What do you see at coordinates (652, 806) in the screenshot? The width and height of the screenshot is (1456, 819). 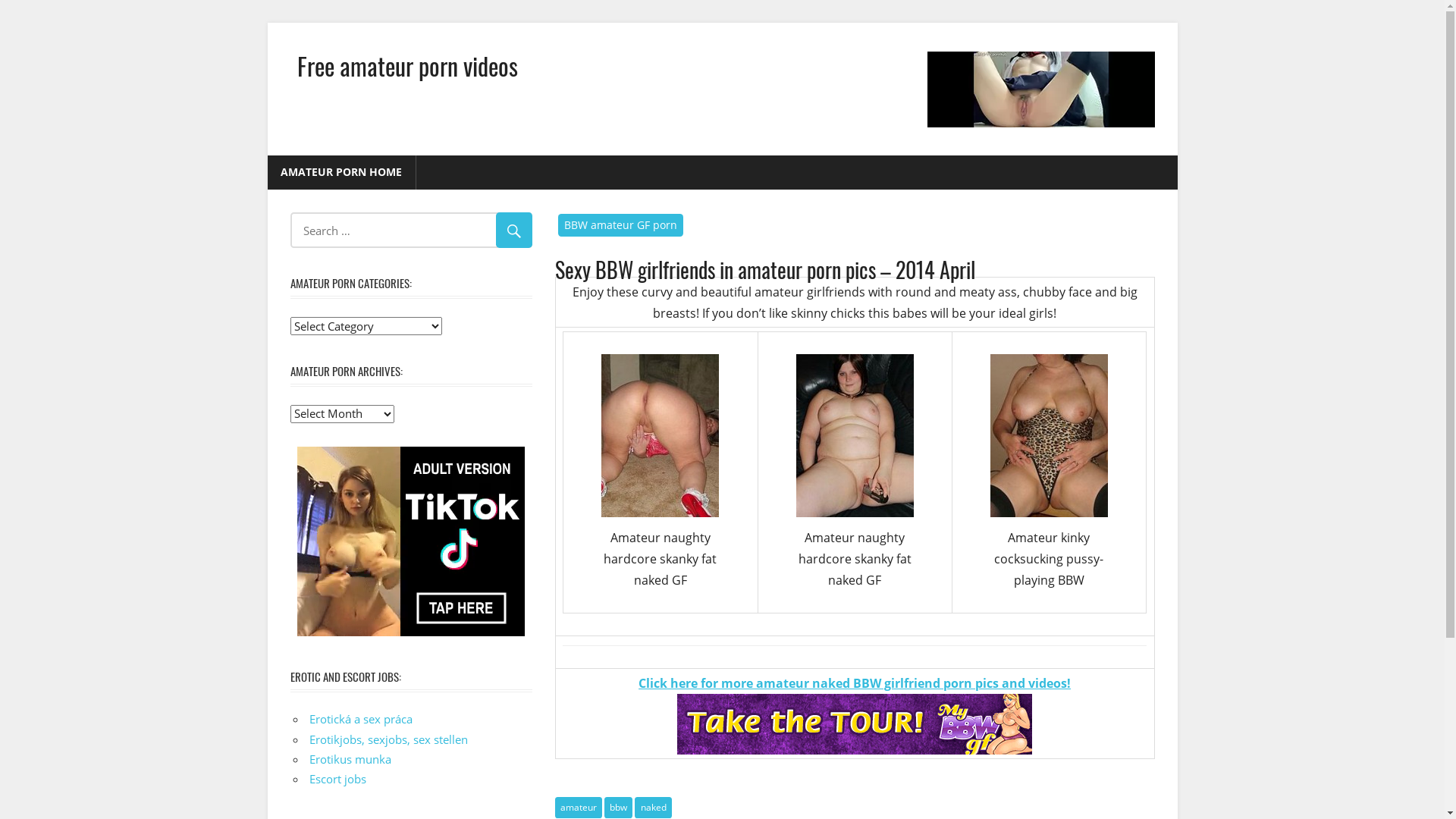 I see `'naked'` at bounding box center [652, 806].